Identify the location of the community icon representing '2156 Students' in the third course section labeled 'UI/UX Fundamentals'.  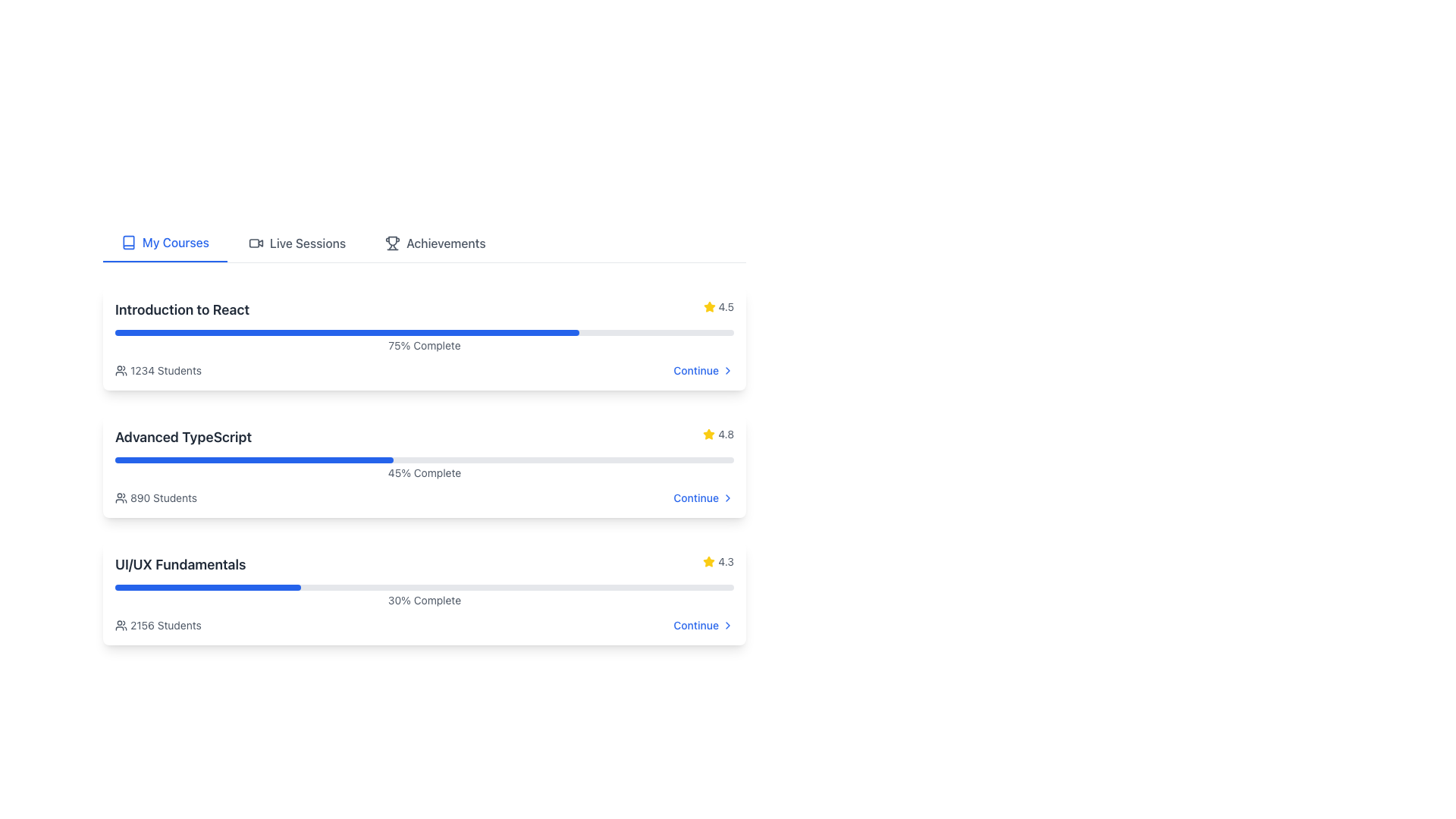
(120, 626).